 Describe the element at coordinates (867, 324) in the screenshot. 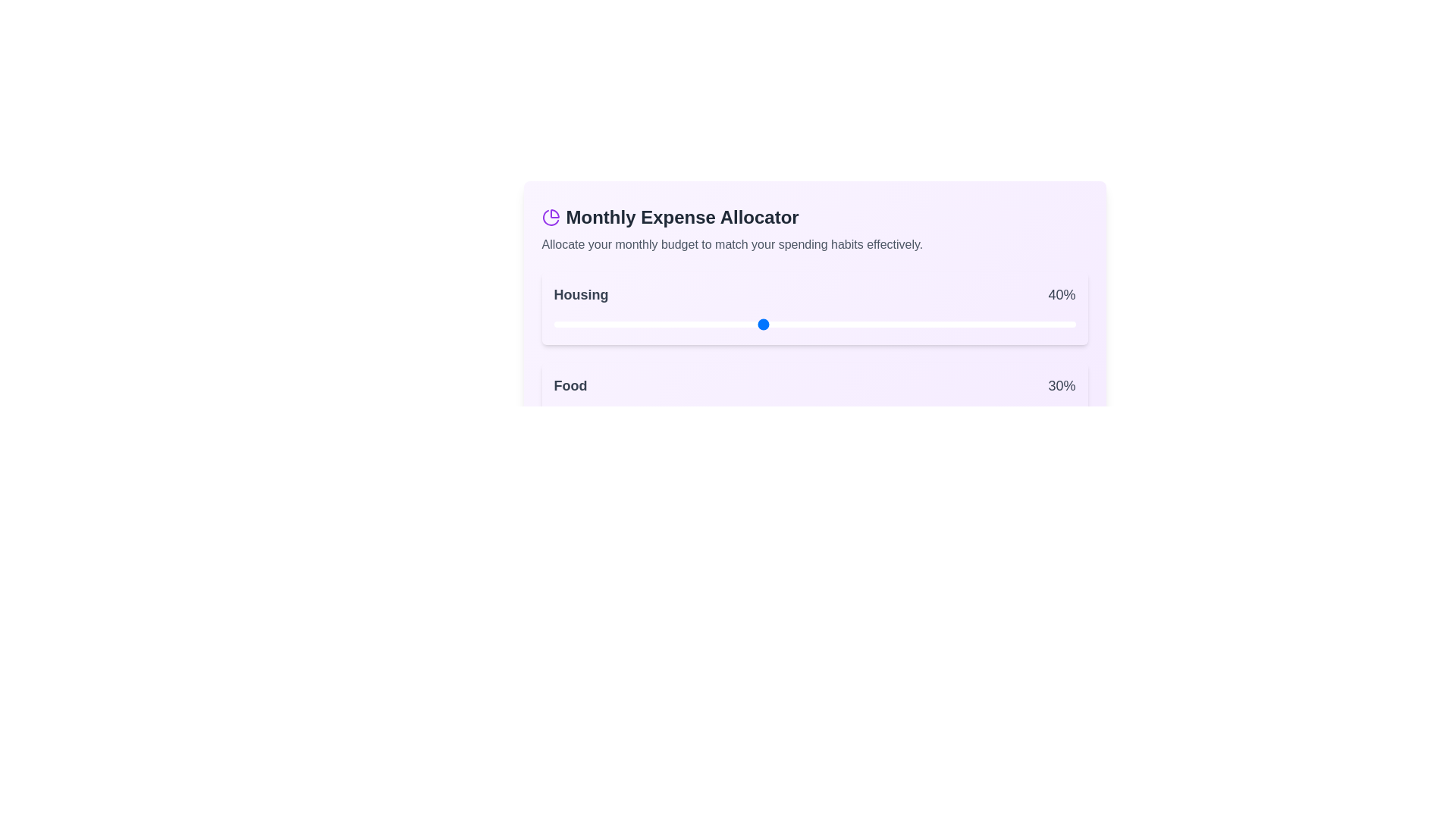

I see `the budget for Housing` at that location.